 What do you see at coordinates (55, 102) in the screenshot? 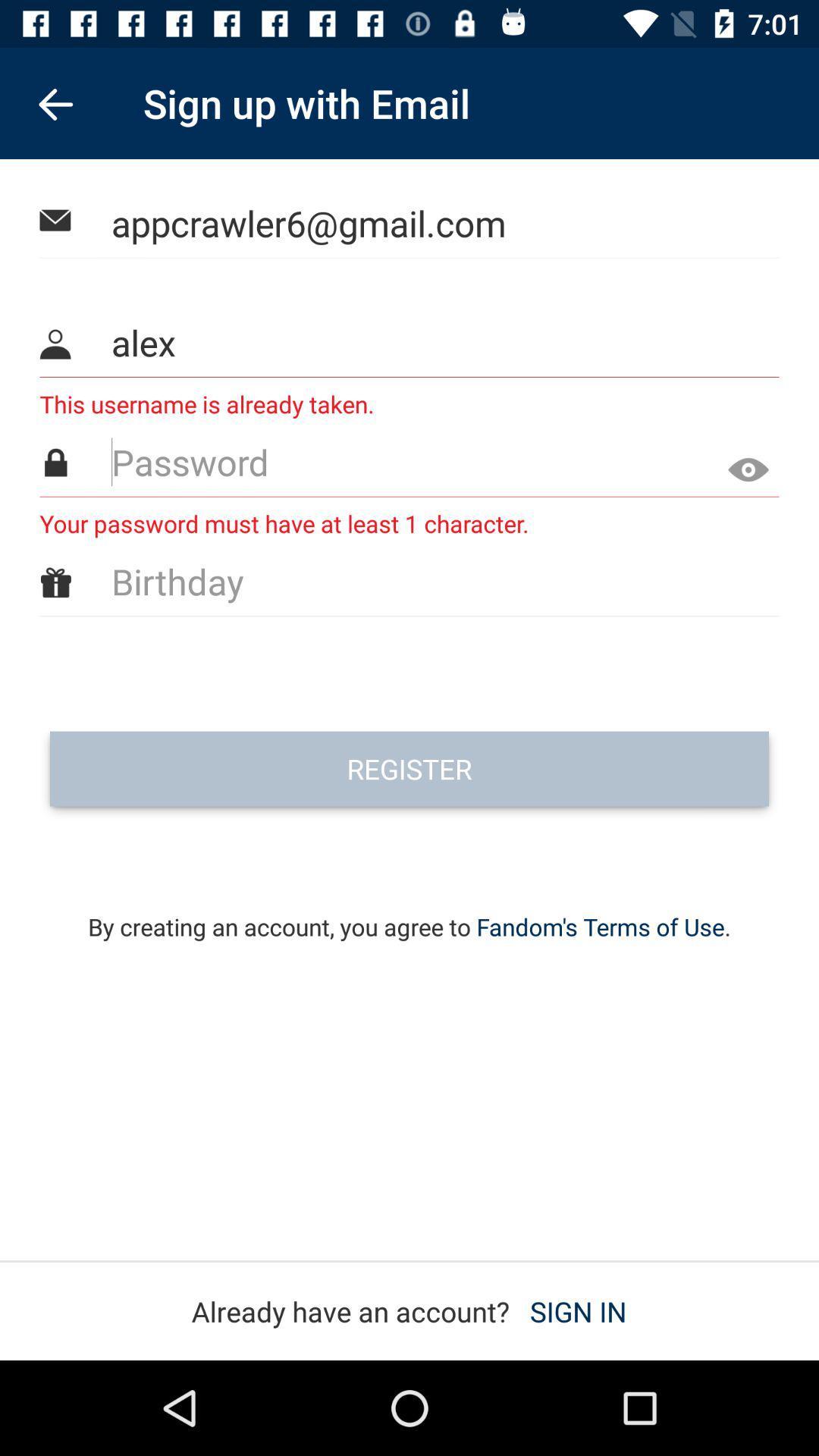
I see `icon next to sign up with item` at bounding box center [55, 102].